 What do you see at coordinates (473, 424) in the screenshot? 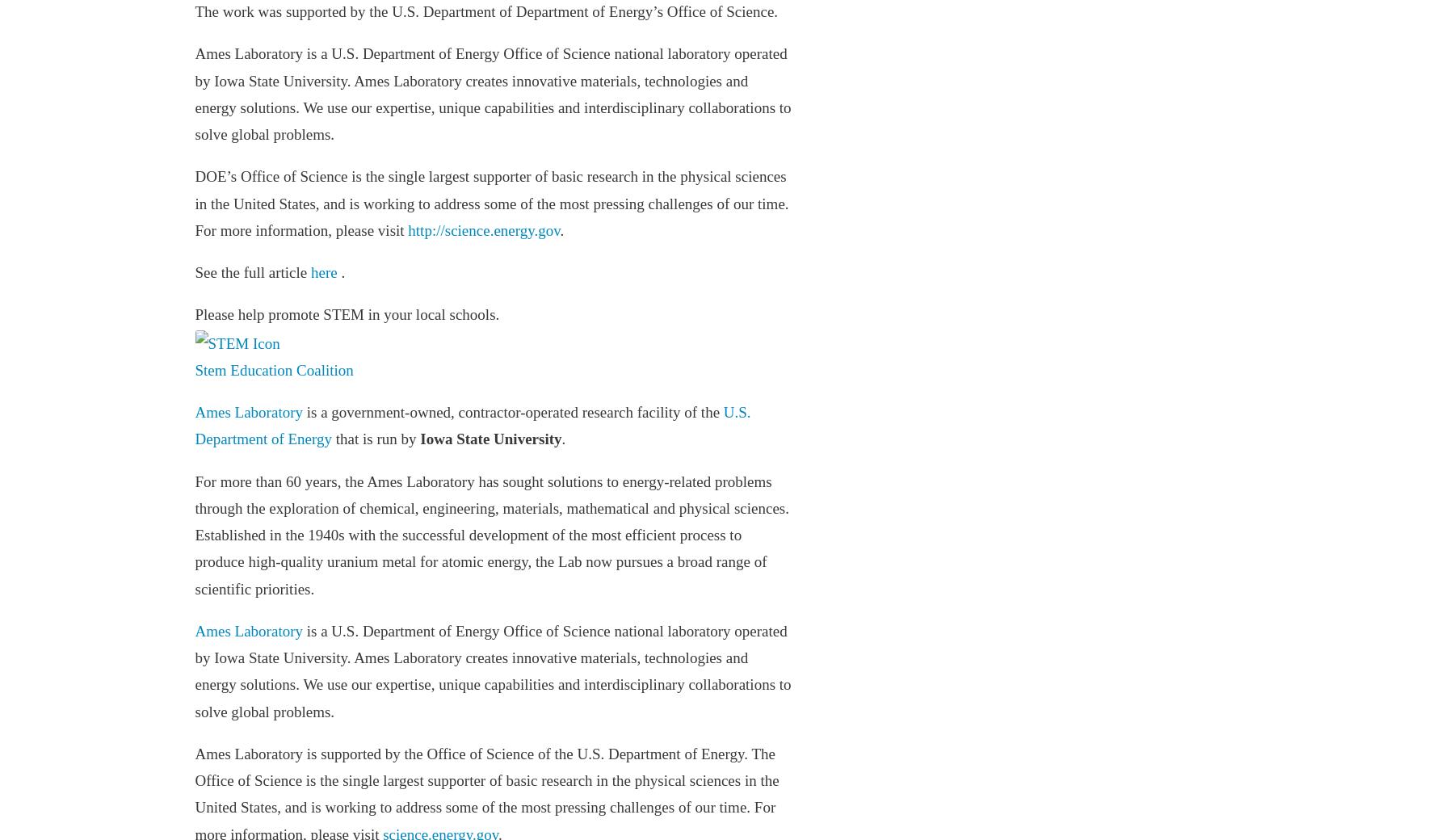
I see `'U.S. Department of Energy'` at bounding box center [473, 424].